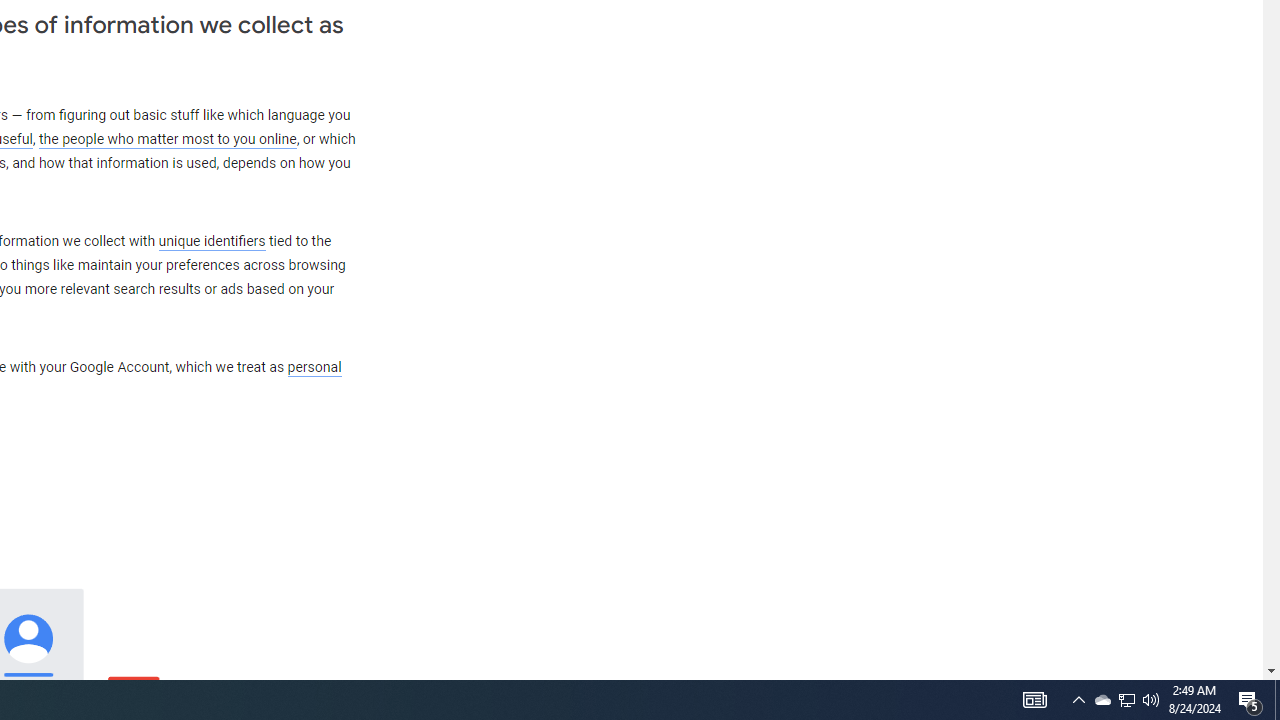 Image resolution: width=1280 pixels, height=720 pixels. What do you see at coordinates (1034, 698) in the screenshot?
I see `'AutomationID: 4105'` at bounding box center [1034, 698].